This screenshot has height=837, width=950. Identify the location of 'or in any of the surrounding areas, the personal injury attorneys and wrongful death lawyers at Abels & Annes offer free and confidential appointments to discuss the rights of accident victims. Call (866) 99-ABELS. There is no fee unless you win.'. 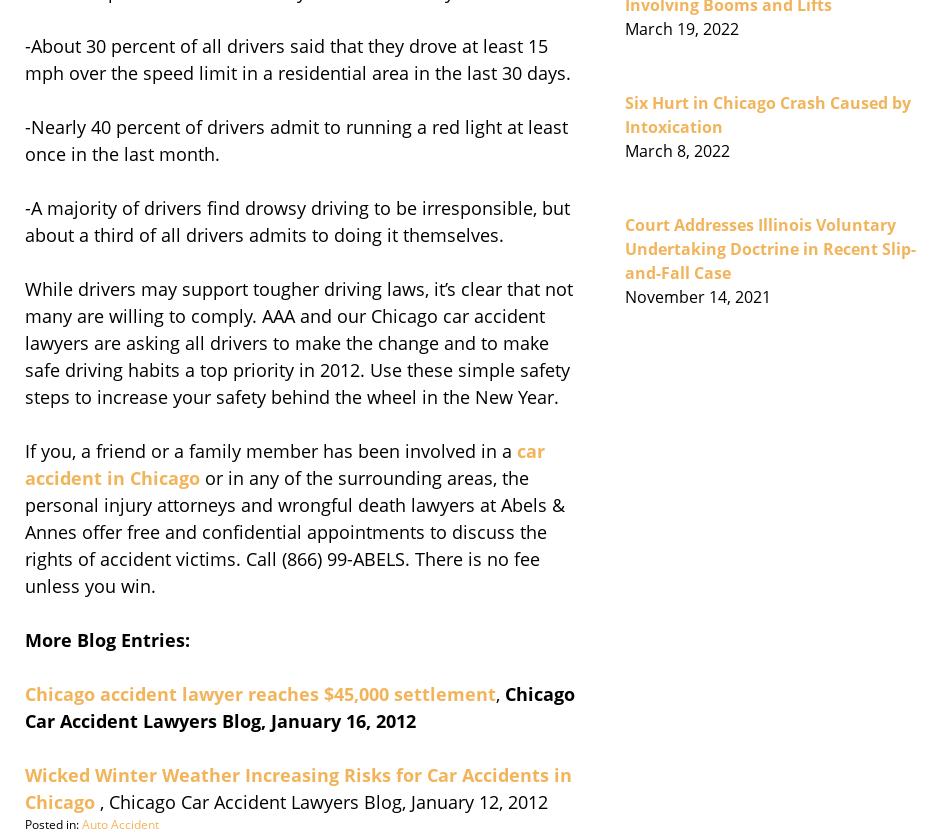
(293, 529).